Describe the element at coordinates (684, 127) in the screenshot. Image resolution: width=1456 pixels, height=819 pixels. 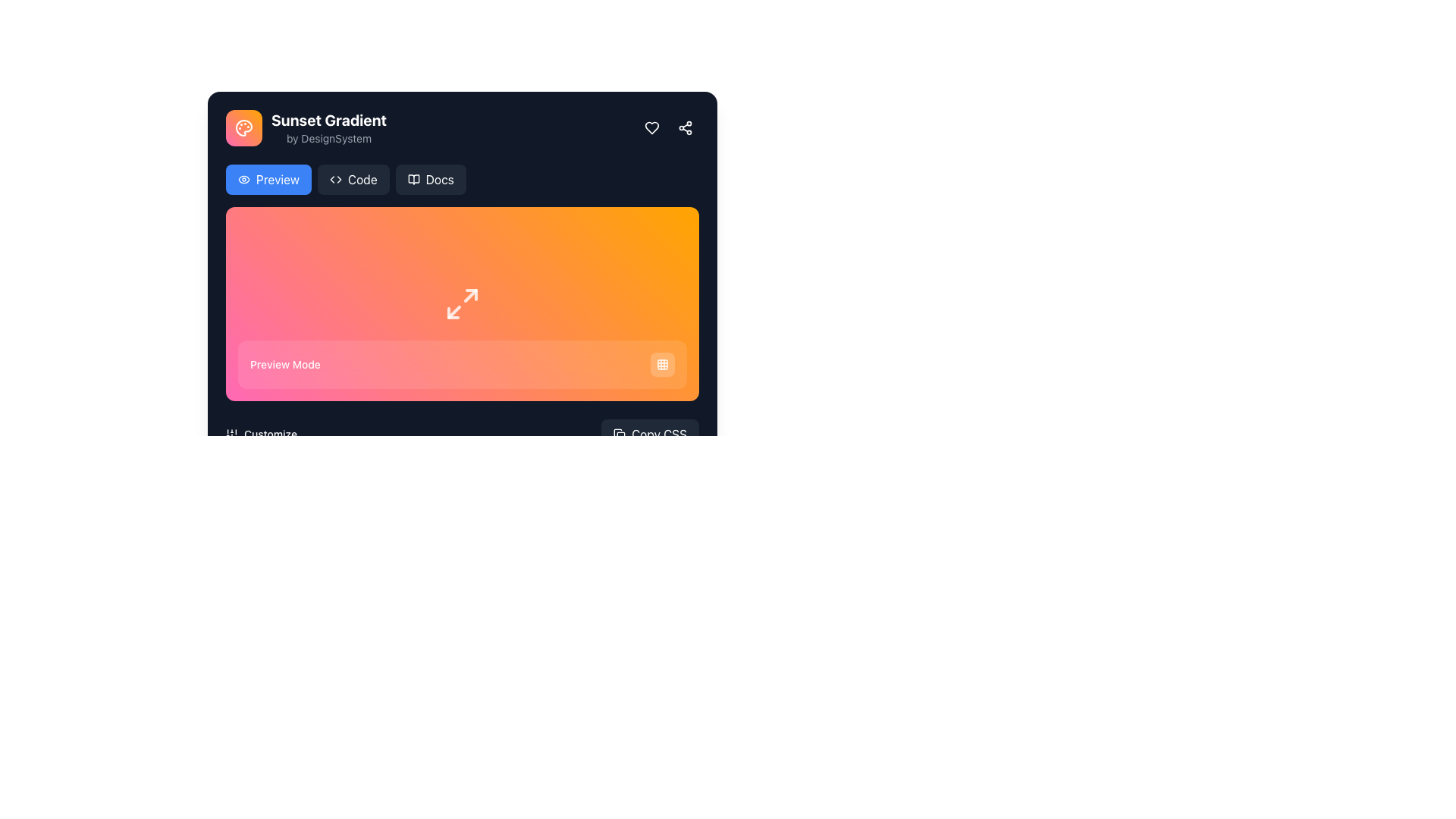
I see `the share button located in the top-right corner of the card interface, positioned to the right of the heart icon` at that location.